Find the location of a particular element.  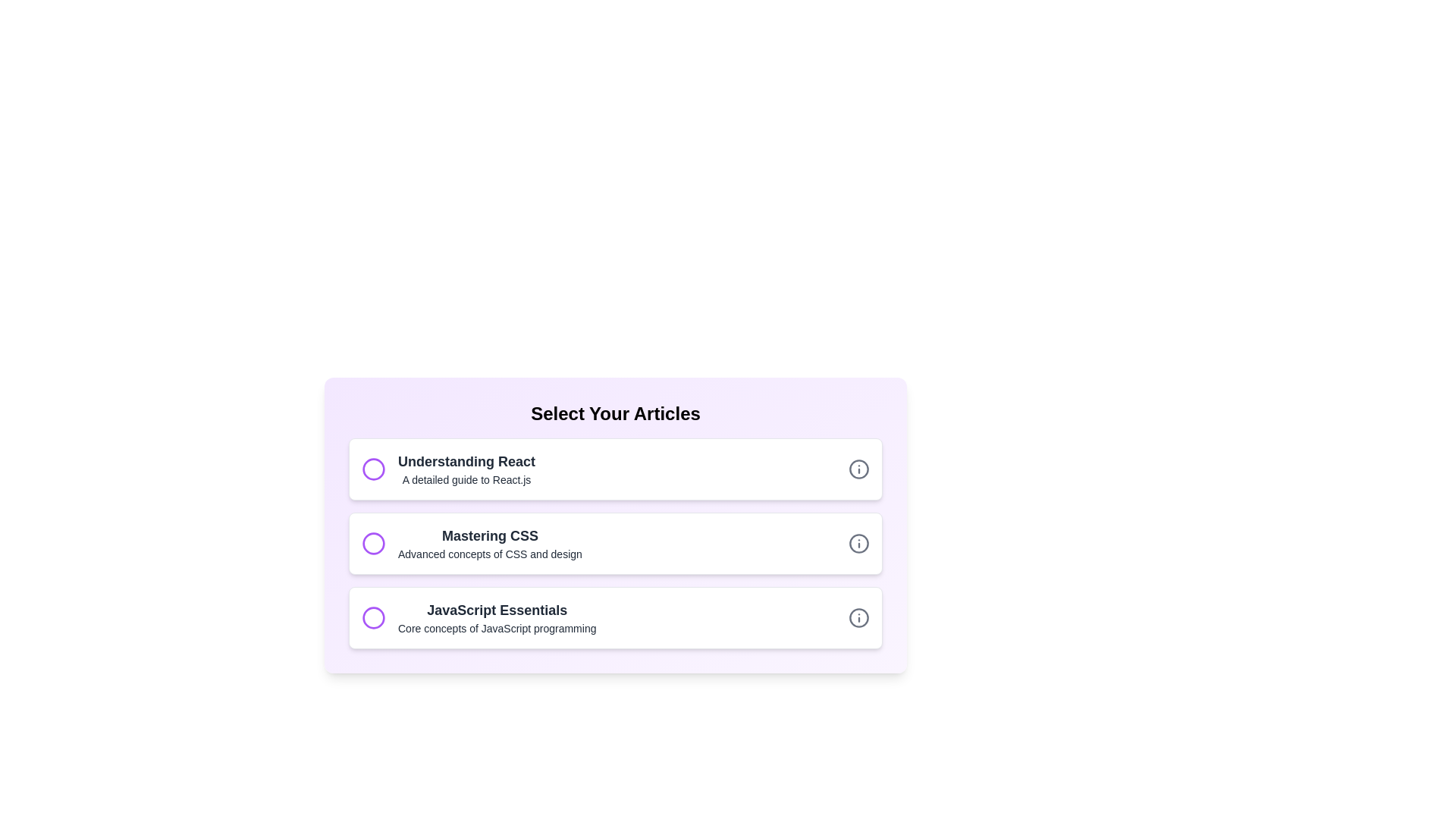

the title and description of the article with title JavaScript Essentials is located at coordinates (615, 617).